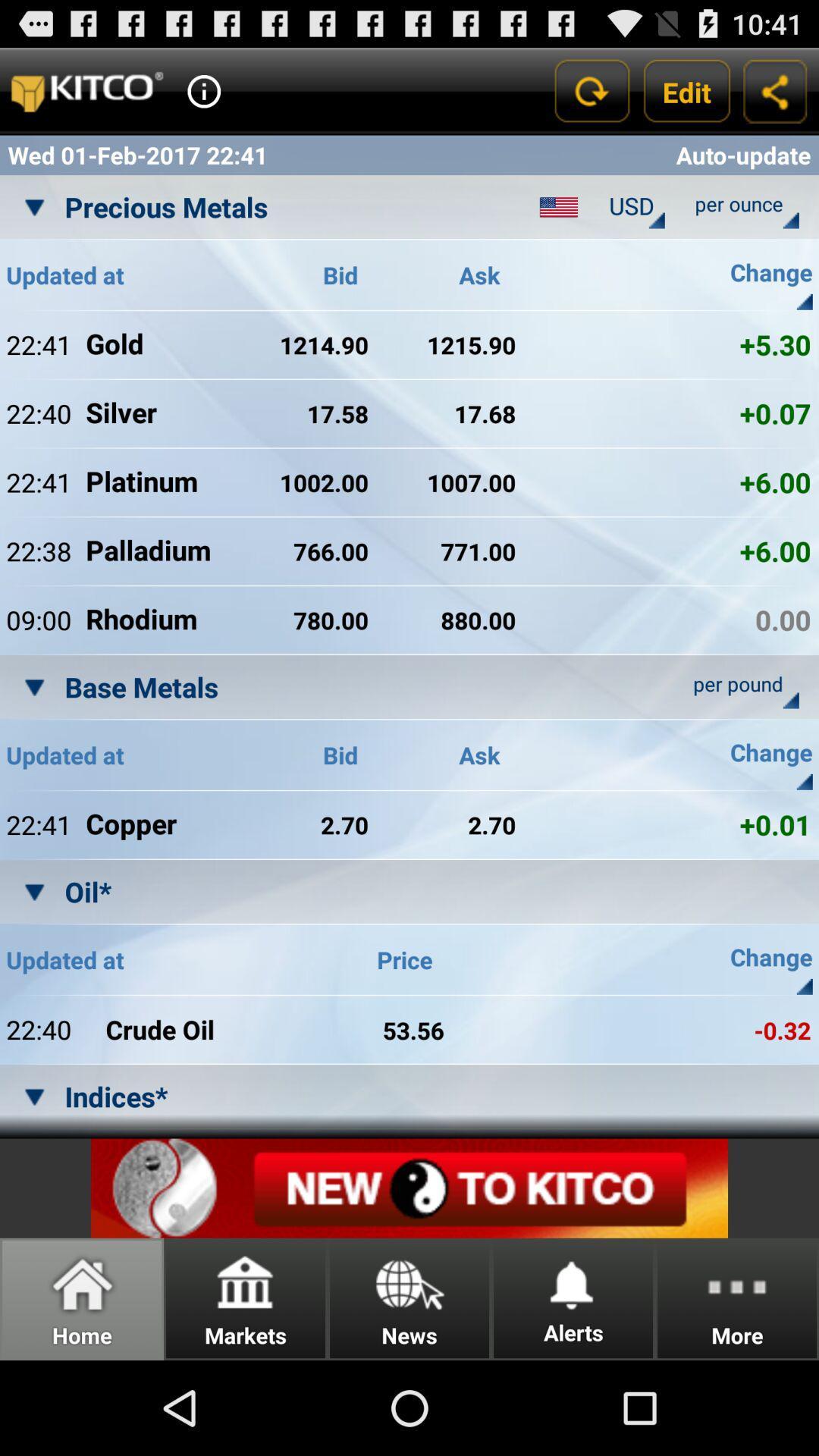 The image size is (819, 1456). I want to click on share this page, so click(775, 90).